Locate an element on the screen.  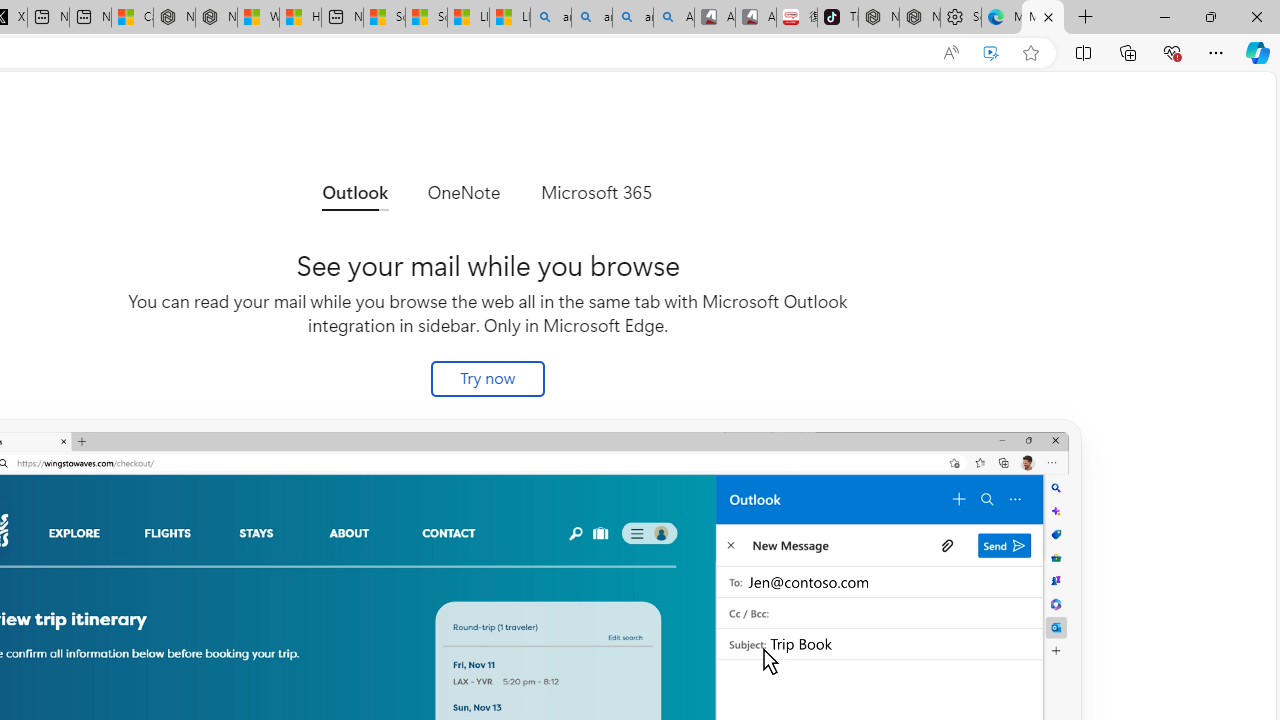
'Enhance video' is located at coordinates (991, 52).